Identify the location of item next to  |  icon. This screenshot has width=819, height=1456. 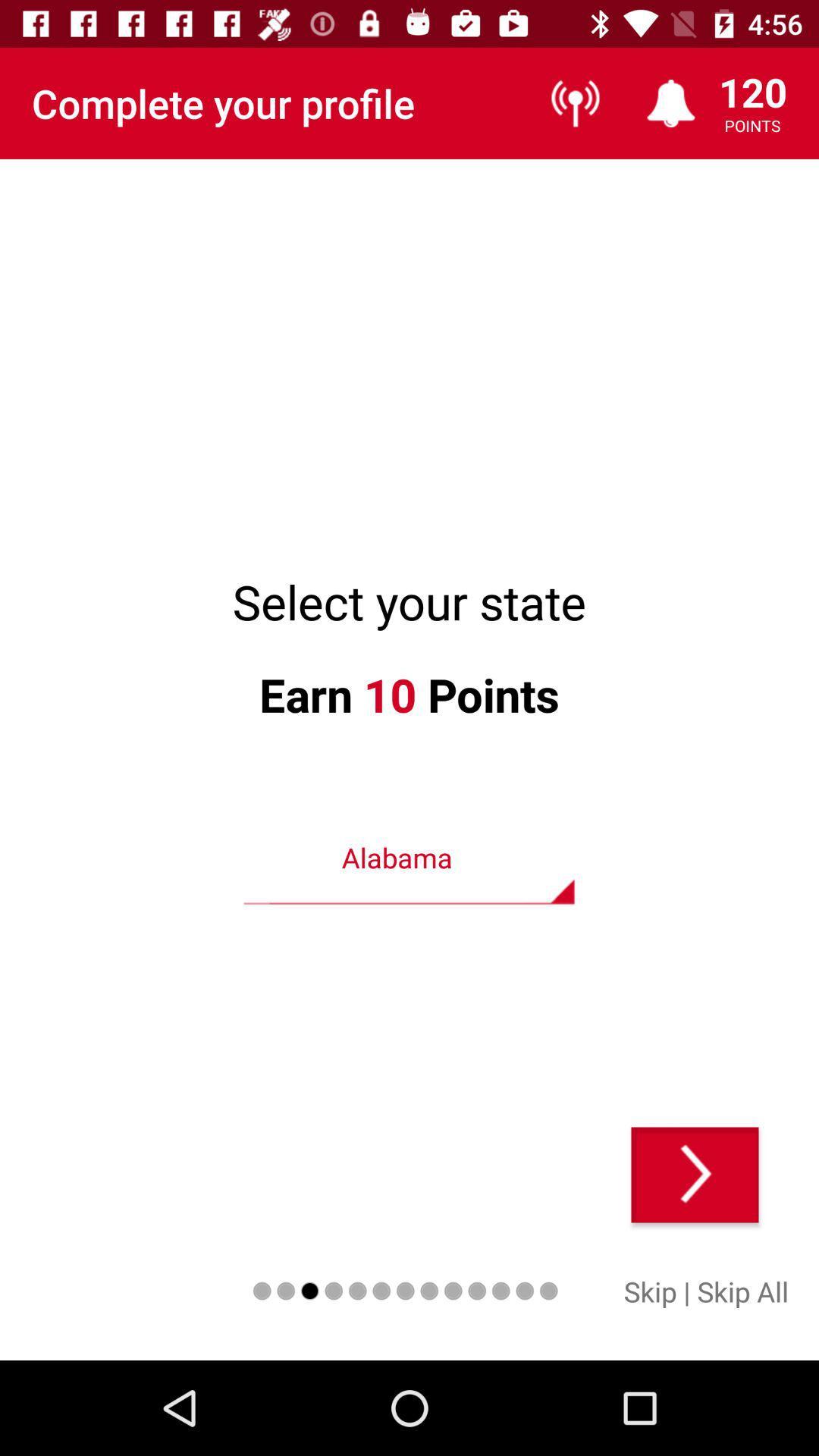
(742, 1291).